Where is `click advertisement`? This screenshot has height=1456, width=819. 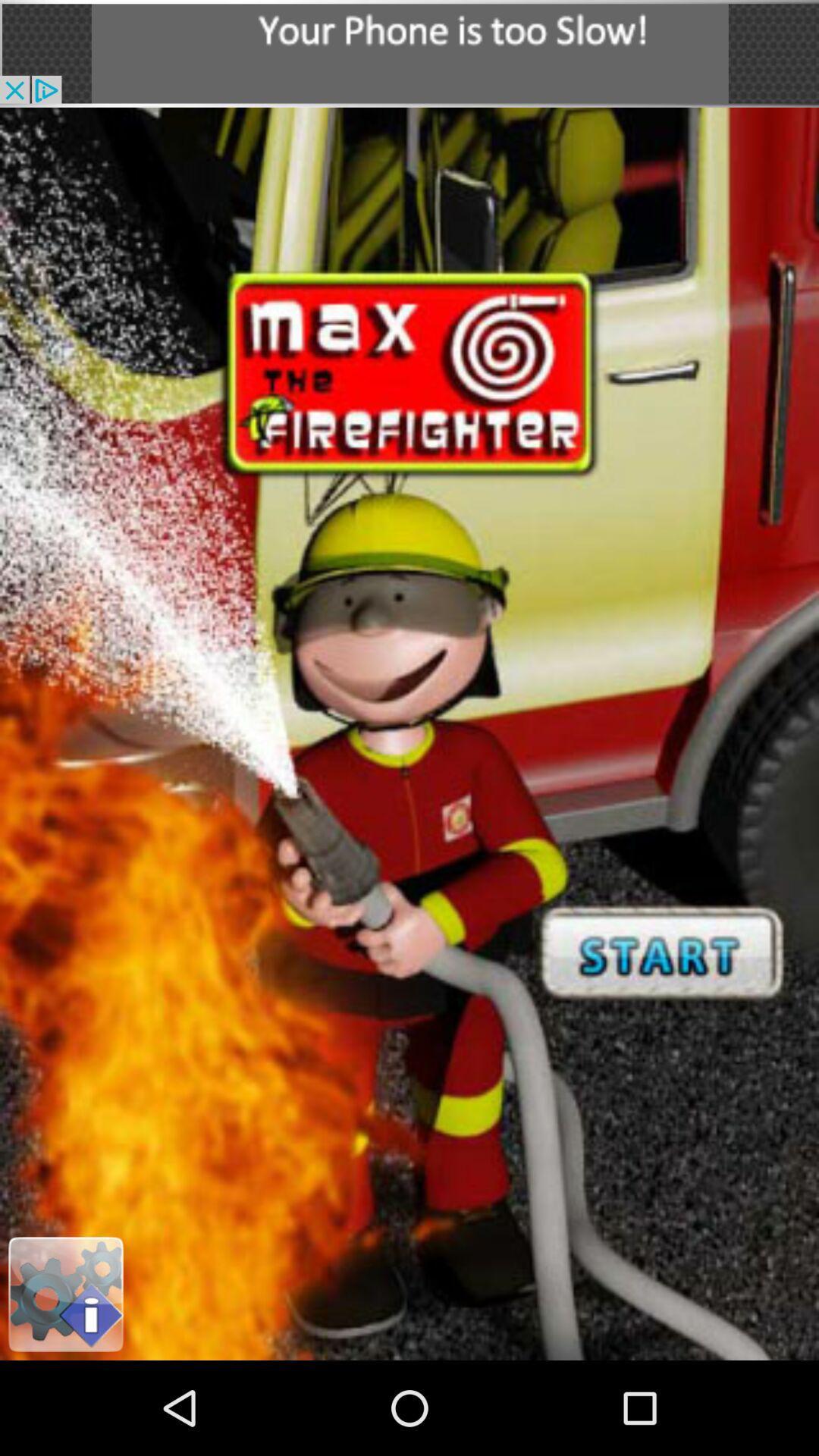 click advertisement is located at coordinates (409, 53).